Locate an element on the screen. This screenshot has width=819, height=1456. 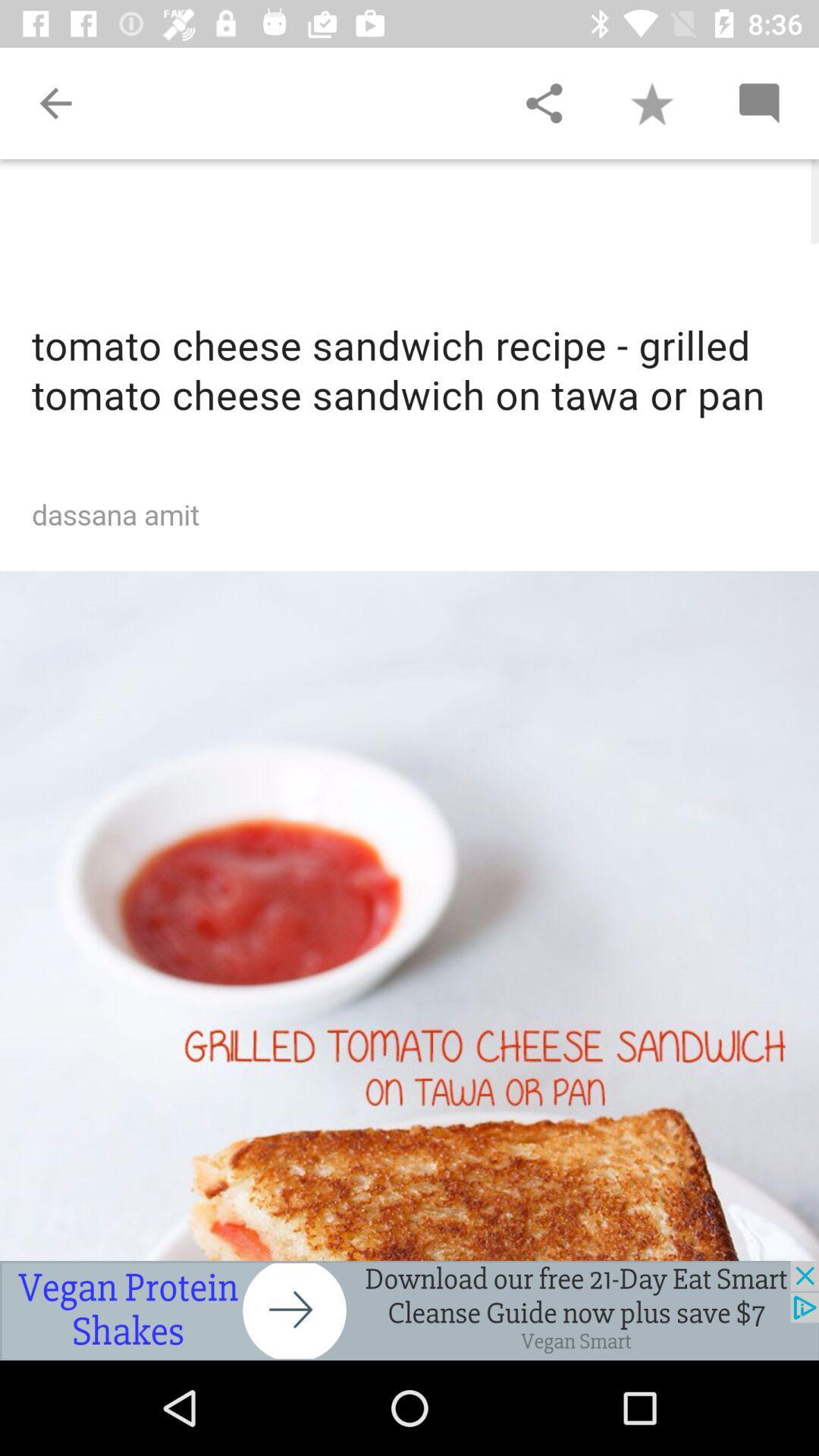
send to message is located at coordinates (758, 102).